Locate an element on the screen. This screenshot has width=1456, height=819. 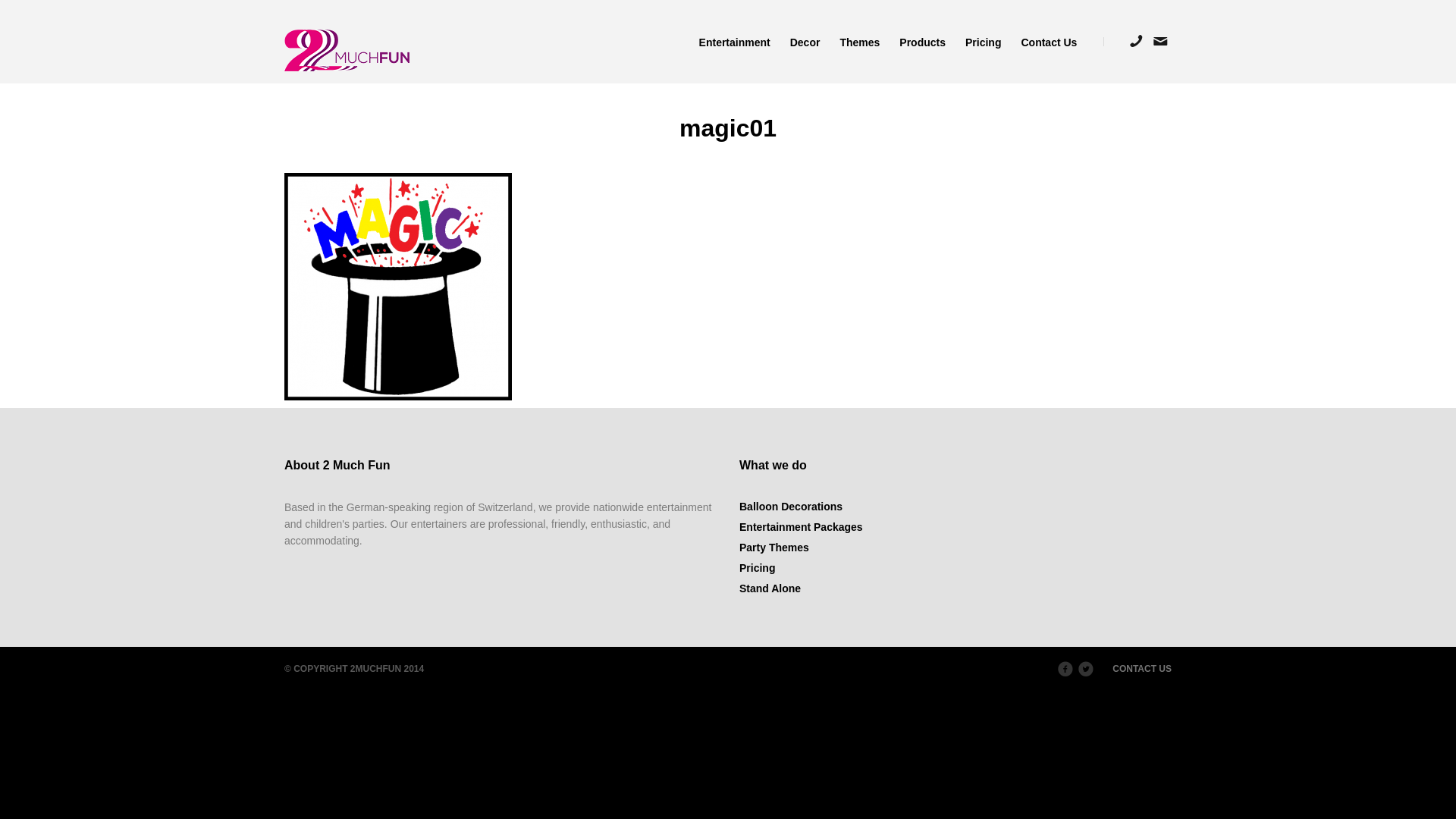
'Decor' is located at coordinates (780, 40).